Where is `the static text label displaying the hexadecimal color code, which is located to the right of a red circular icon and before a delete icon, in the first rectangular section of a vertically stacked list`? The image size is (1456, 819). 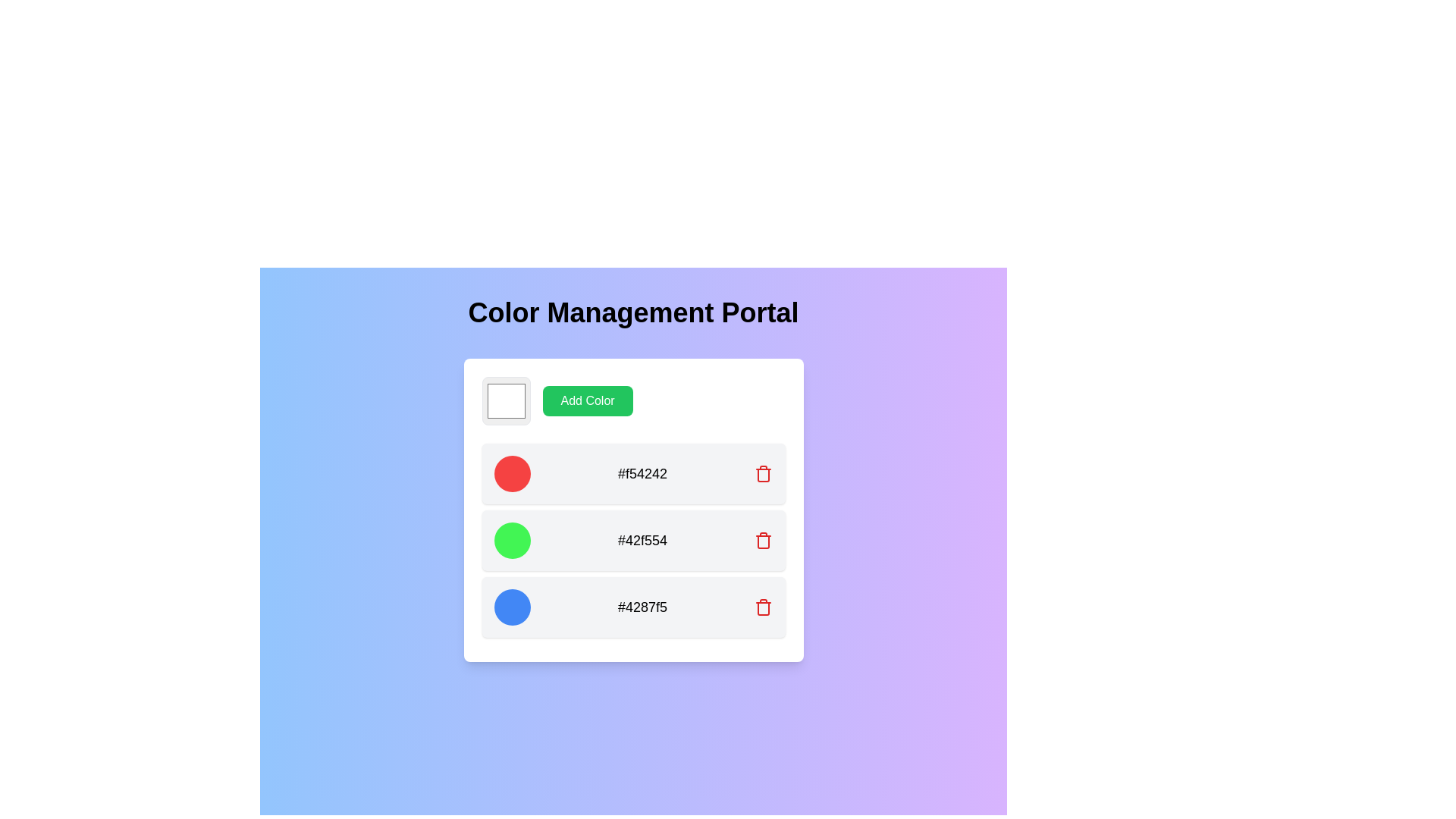 the static text label displaying the hexadecimal color code, which is located to the right of a red circular icon and before a delete icon, in the first rectangular section of a vertically stacked list is located at coordinates (642, 472).